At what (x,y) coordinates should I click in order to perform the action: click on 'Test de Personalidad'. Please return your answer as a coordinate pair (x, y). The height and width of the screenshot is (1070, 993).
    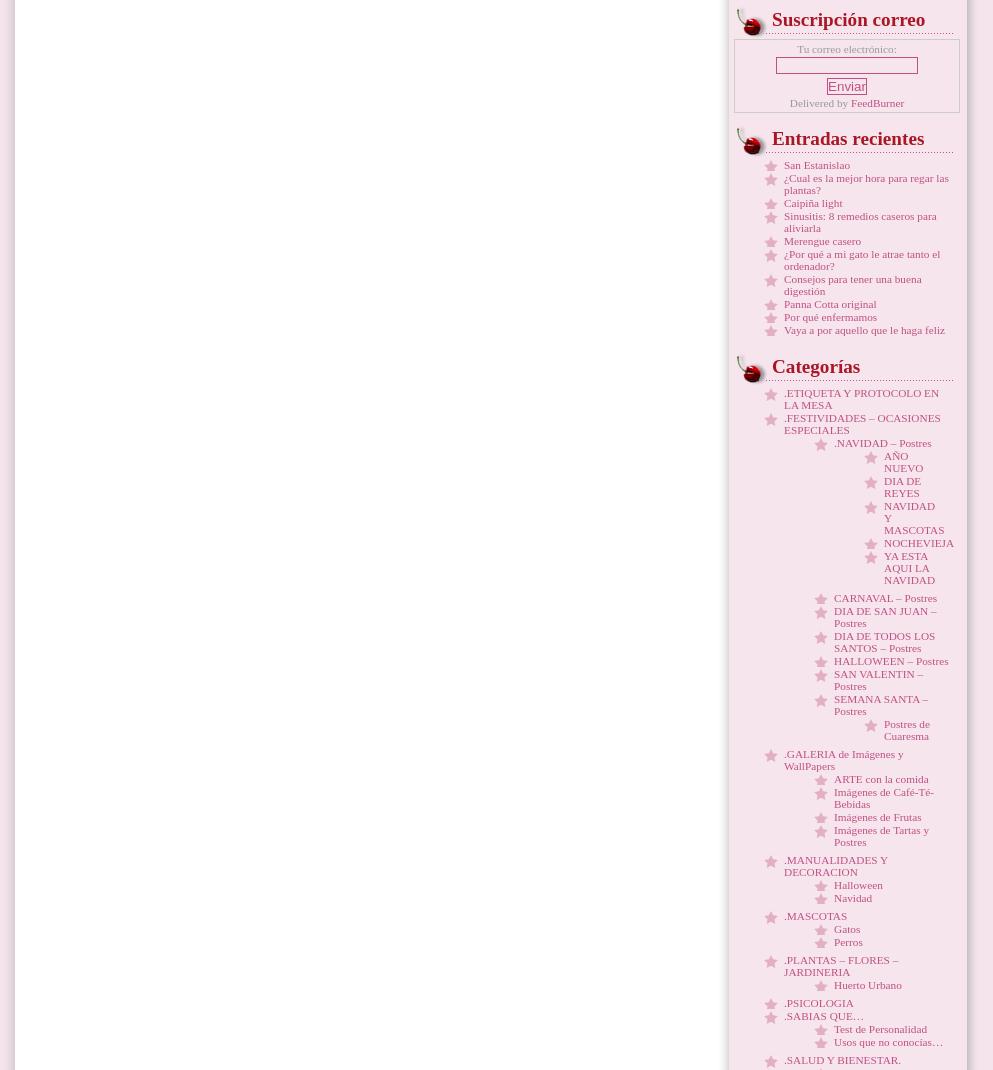
    Looking at the image, I should click on (880, 1029).